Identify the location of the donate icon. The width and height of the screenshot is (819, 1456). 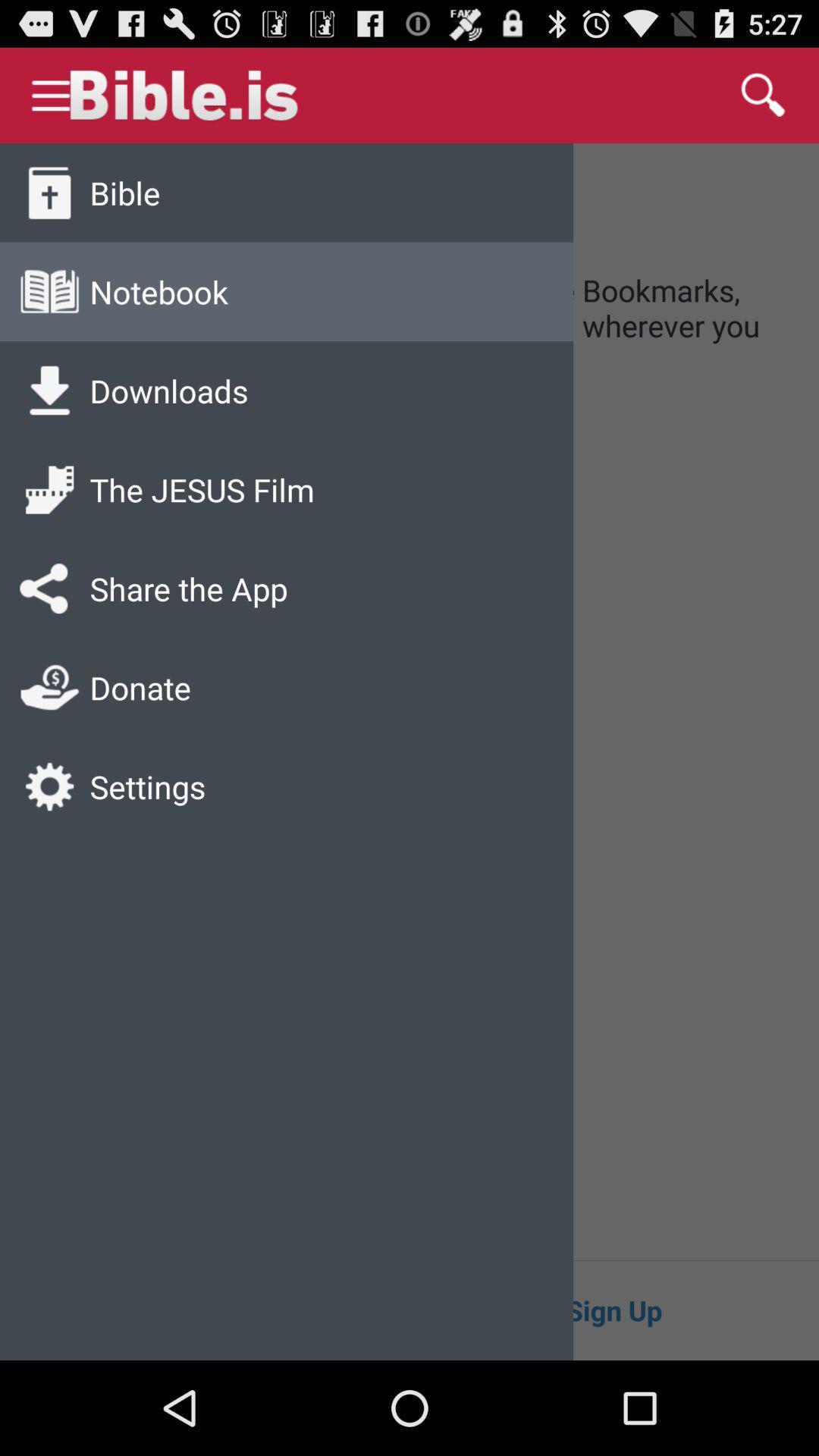
(49, 687).